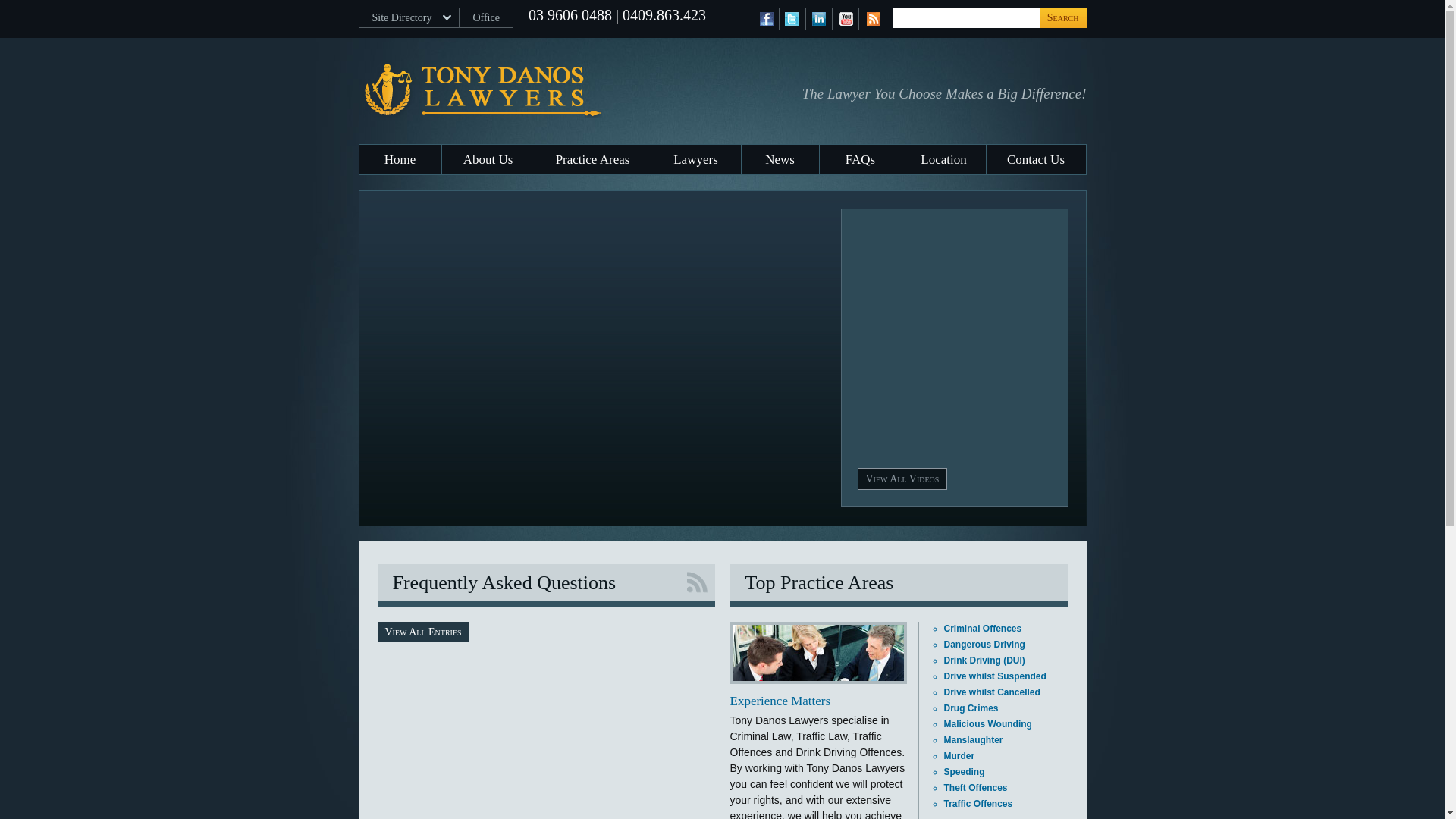  Describe the element at coordinates (994, 675) in the screenshot. I see `'Drive whilst Suspended'` at that location.